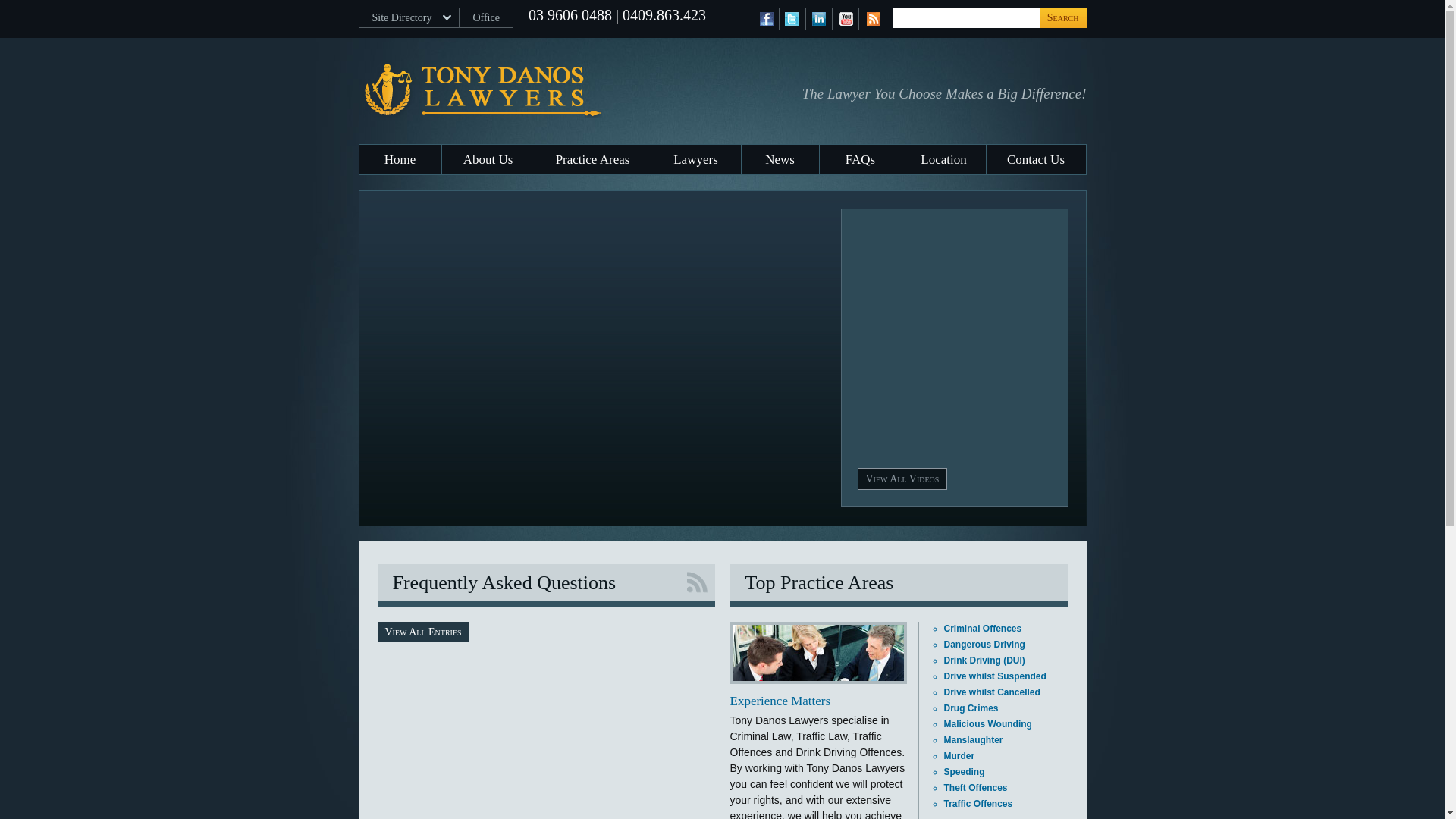  Describe the element at coordinates (994, 675) in the screenshot. I see `'Drive whilst Suspended'` at that location.